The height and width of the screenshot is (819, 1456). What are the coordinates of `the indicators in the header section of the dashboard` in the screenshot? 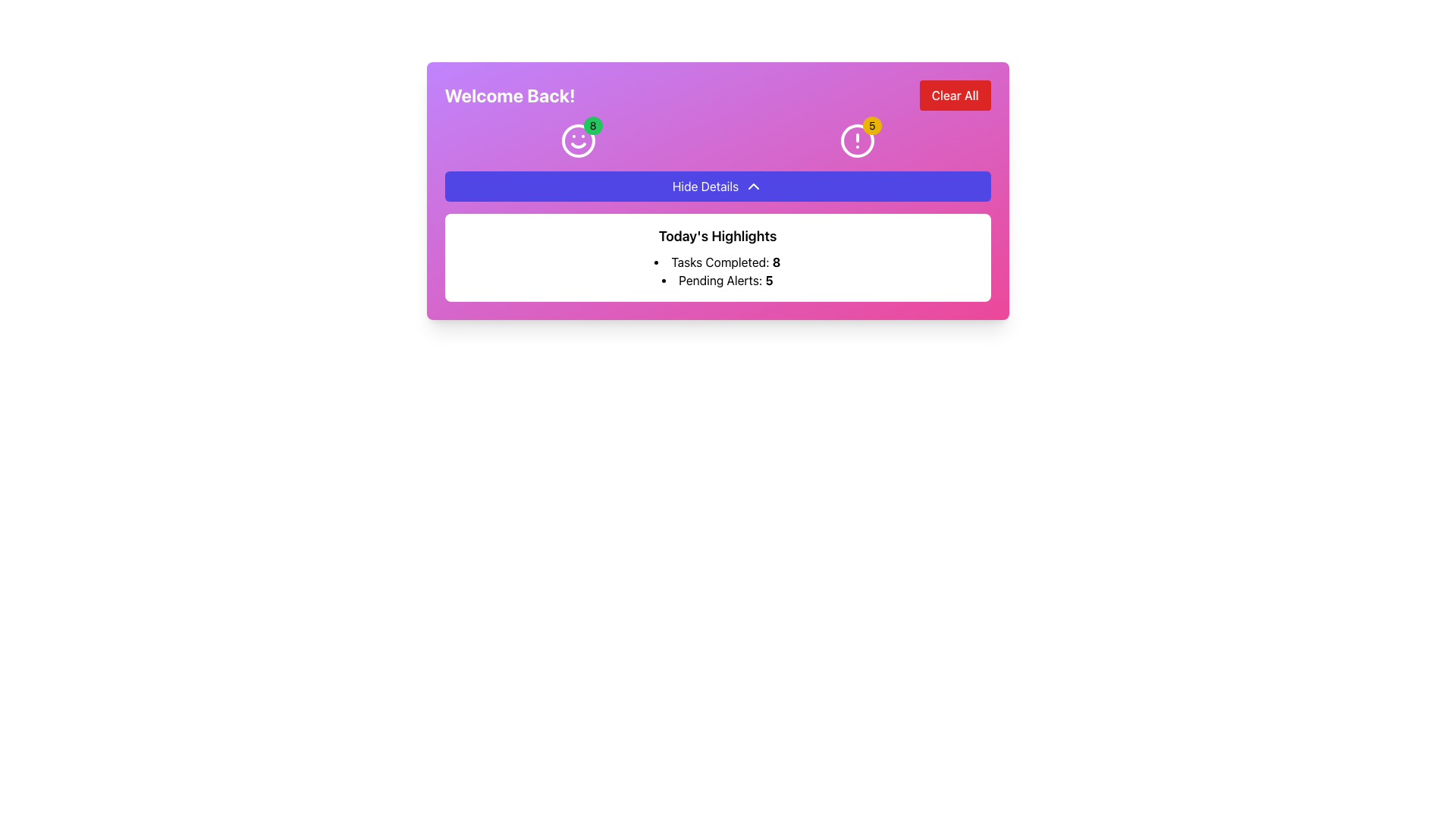 It's located at (717, 190).